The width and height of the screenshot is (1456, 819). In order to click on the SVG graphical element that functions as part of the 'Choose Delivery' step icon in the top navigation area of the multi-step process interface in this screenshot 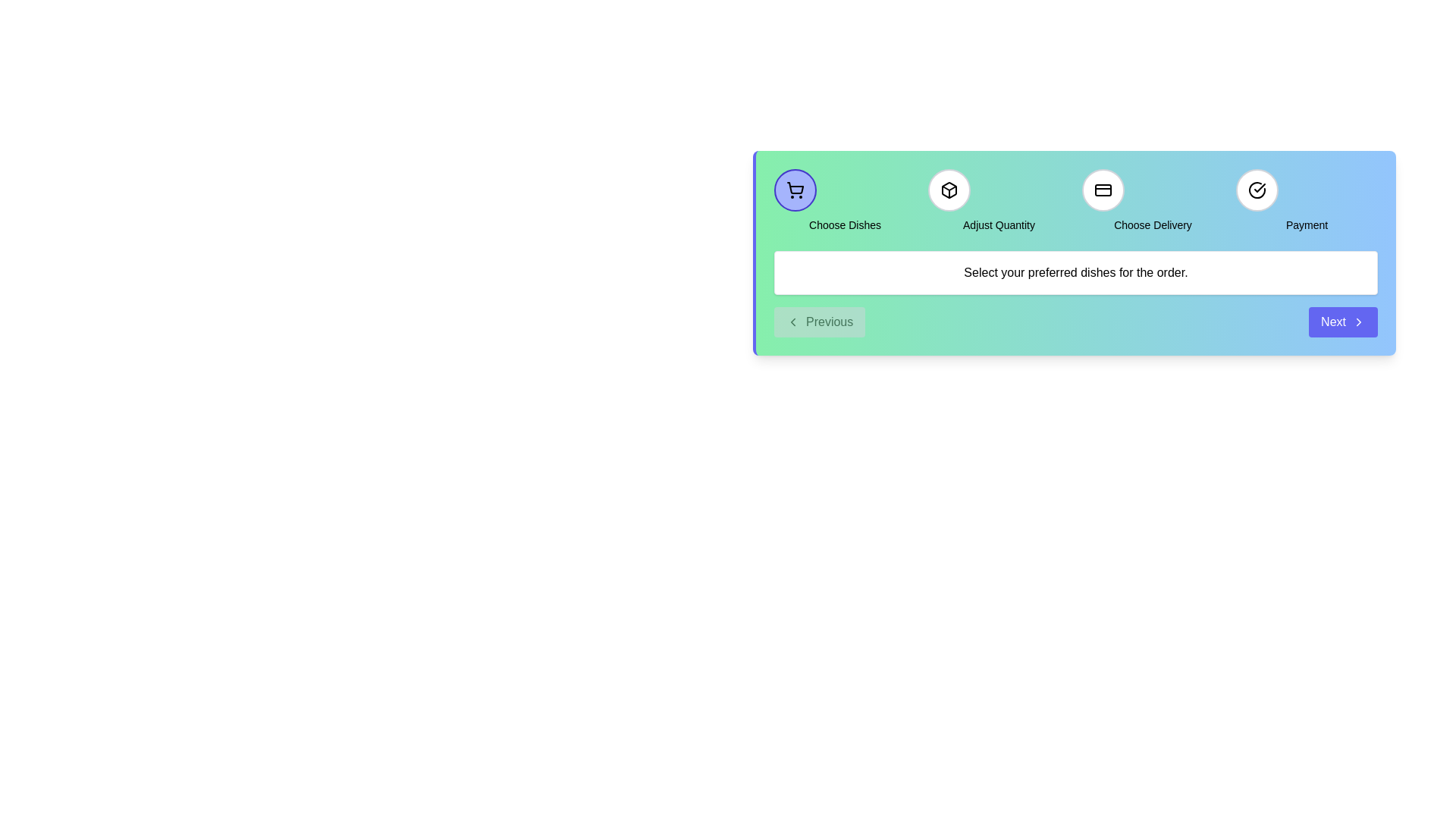, I will do `click(1103, 189)`.